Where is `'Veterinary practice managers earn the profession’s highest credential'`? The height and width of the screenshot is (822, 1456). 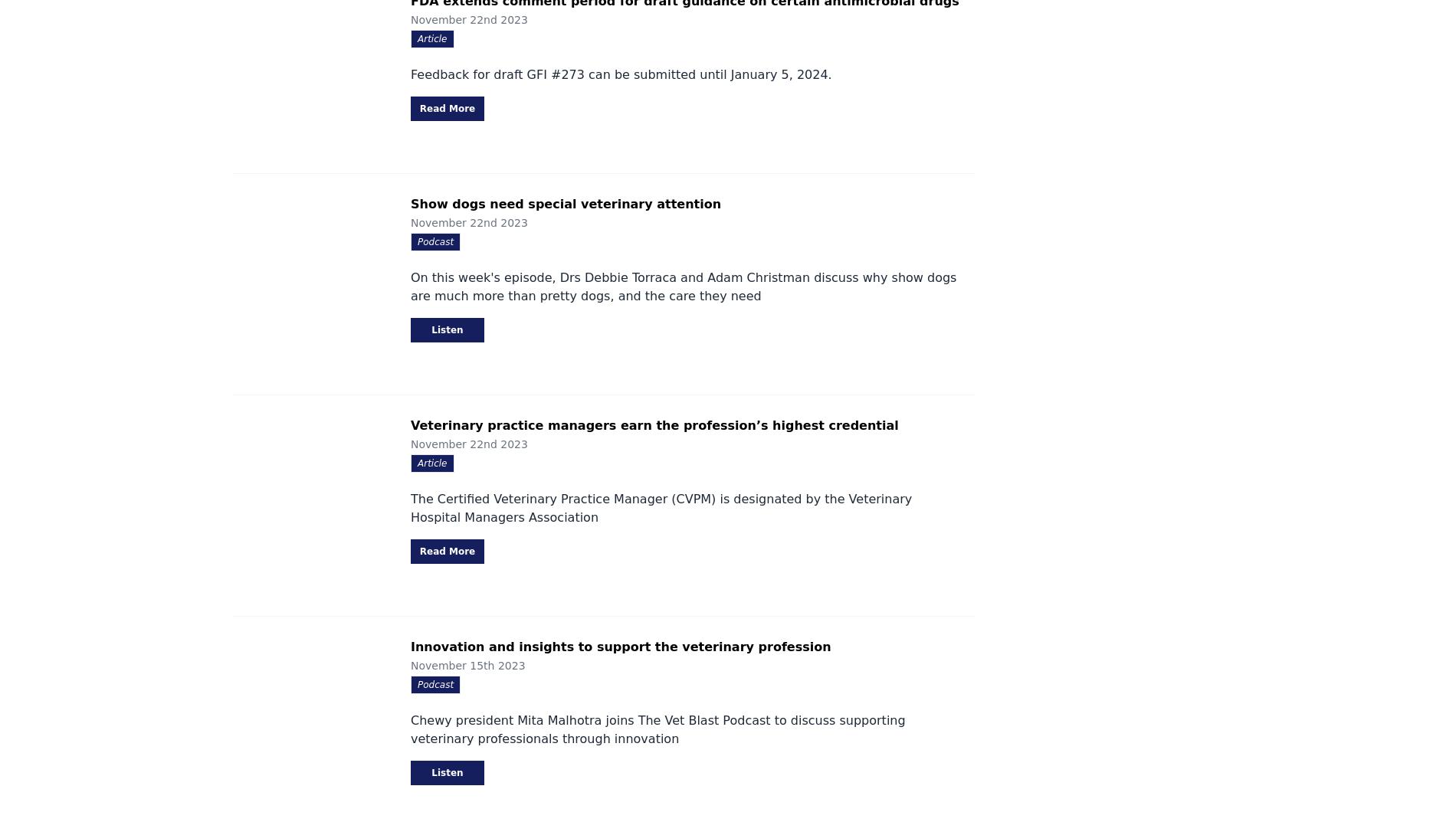
'Veterinary practice managers earn the profession’s highest credential' is located at coordinates (654, 425).